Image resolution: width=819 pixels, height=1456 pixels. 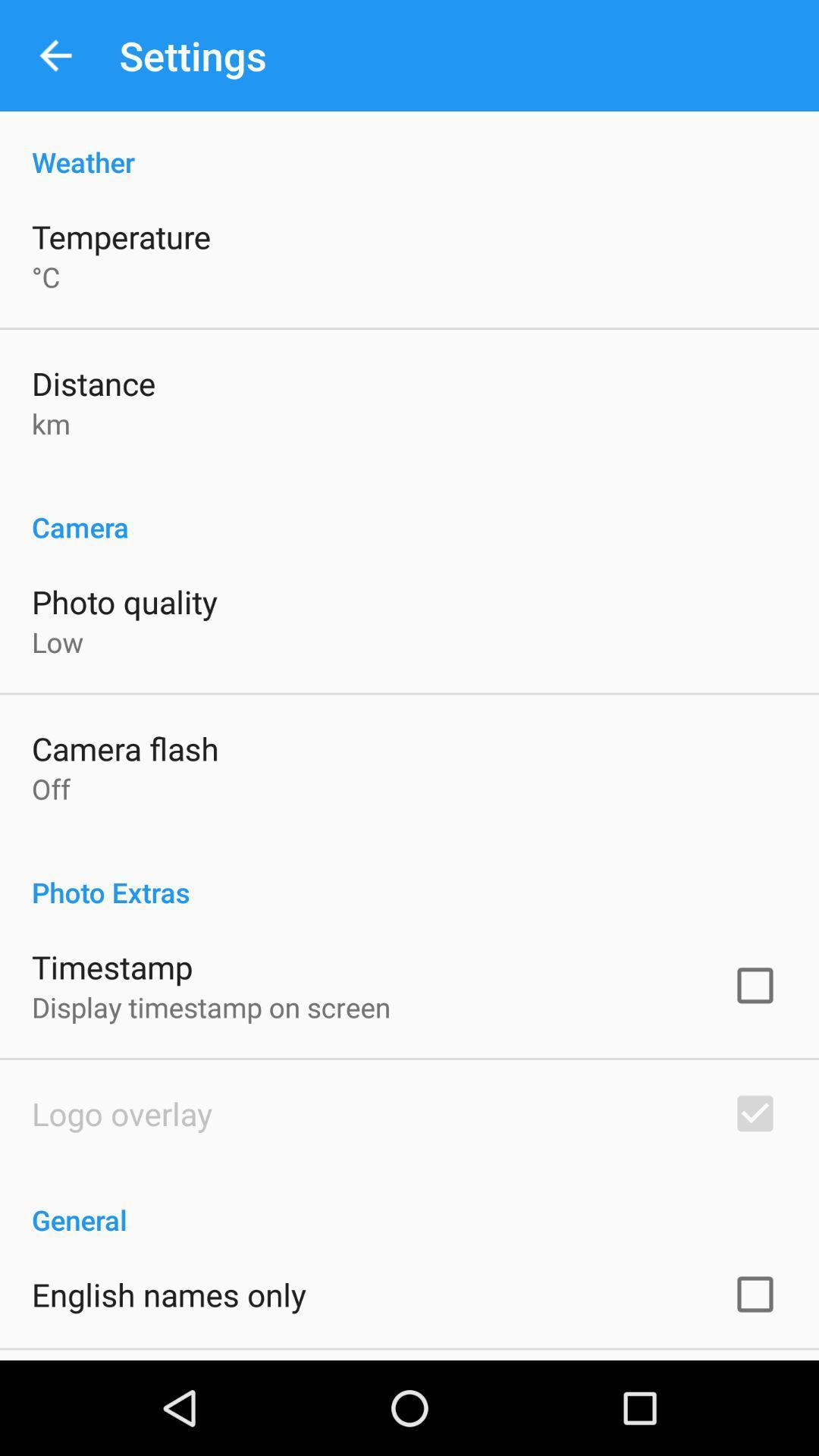 What do you see at coordinates (57, 642) in the screenshot?
I see `the icon above the camera flash` at bounding box center [57, 642].